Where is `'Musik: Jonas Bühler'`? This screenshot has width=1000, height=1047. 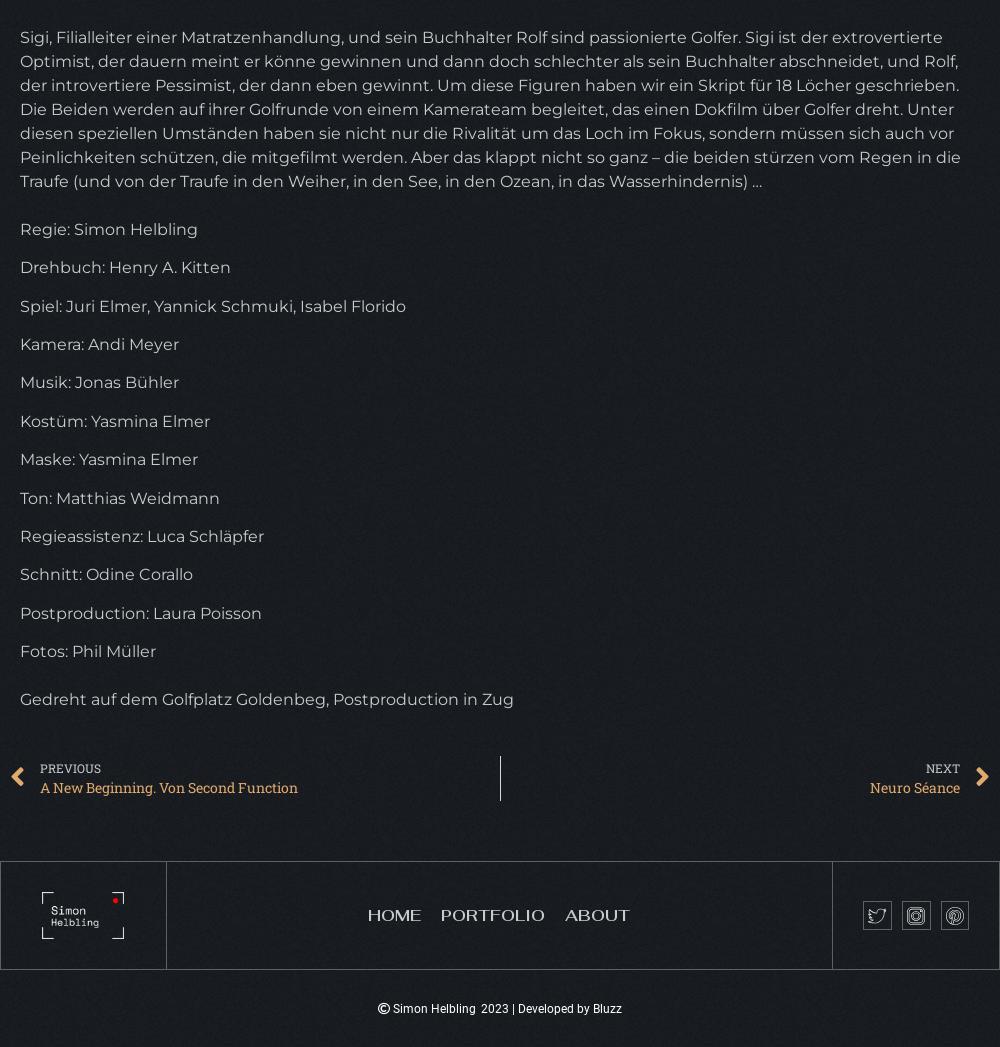
'Musik: Jonas Bühler' is located at coordinates (98, 381).